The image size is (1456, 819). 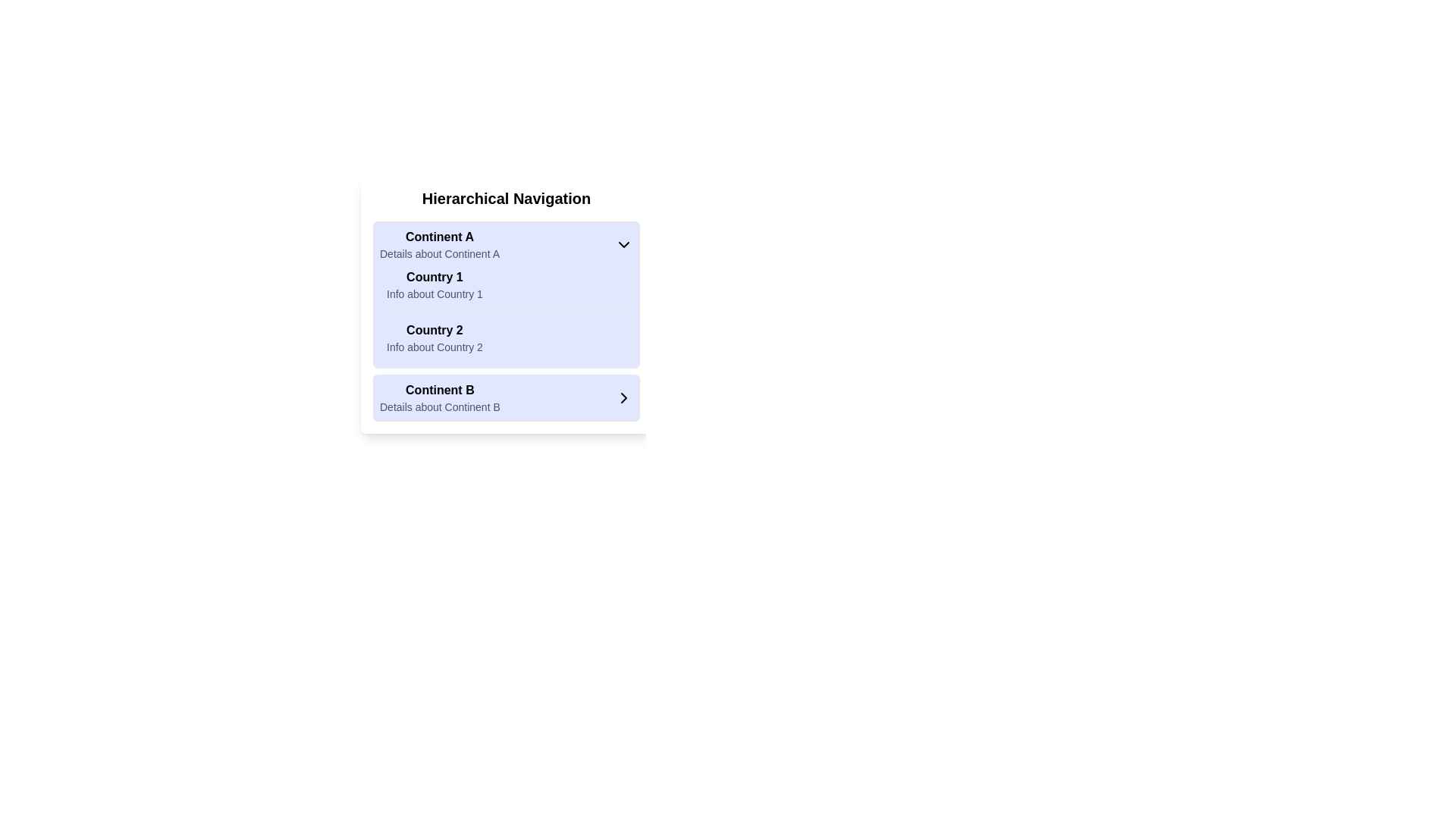 I want to click on the Text Label that provides supplementary information for 'Continent B', located directly beneath the 'Continent B' label and centered horizontally, so click(x=439, y=406).